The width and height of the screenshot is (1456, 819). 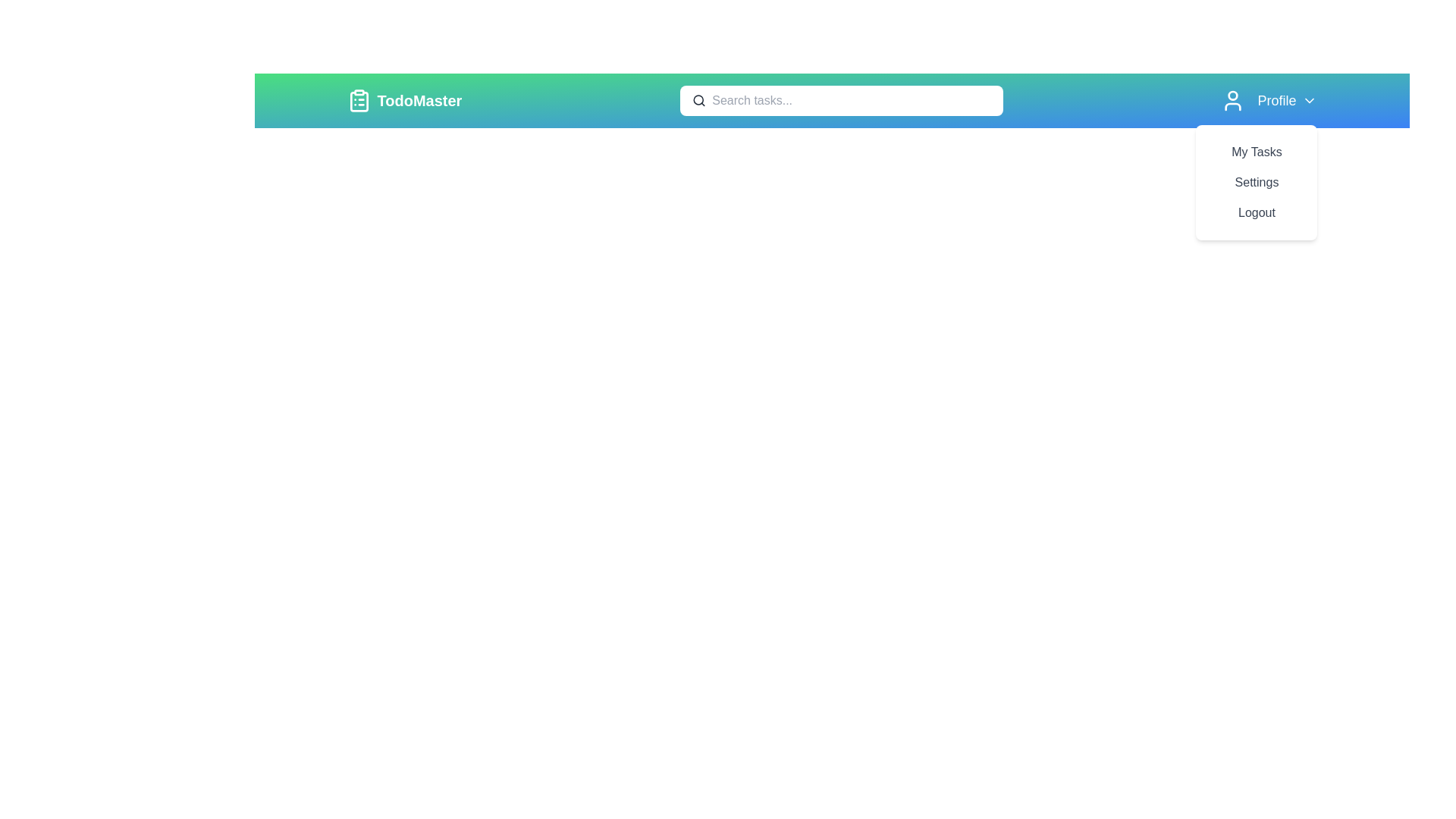 What do you see at coordinates (698, 99) in the screenshot?
I see `the magnifying glass icon represented by the SVG circle to initiate a search action` at bounding box center [698, 99].